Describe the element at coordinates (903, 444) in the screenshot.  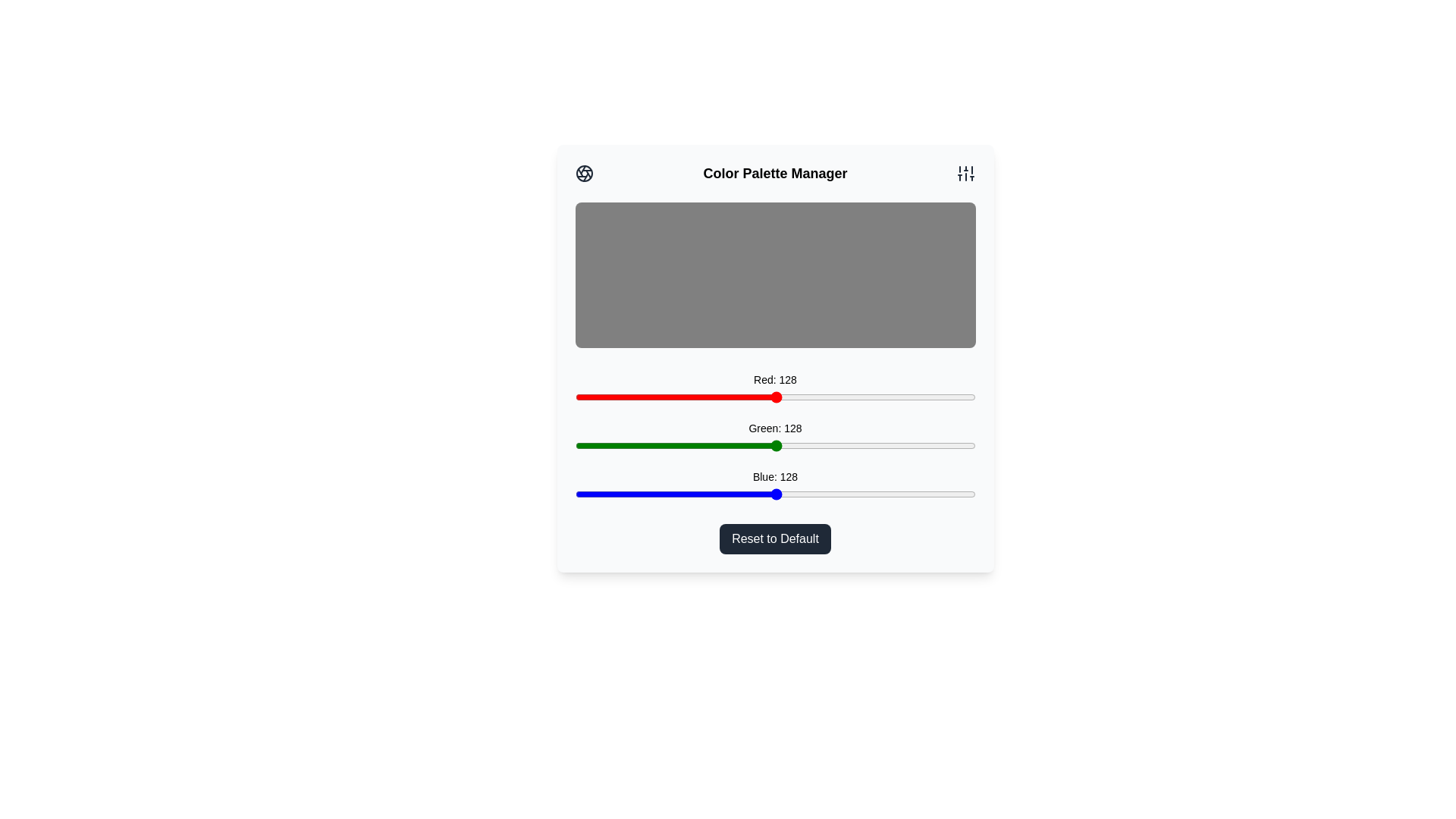
I see `the green slider to set the green intensity to 209` at that location.